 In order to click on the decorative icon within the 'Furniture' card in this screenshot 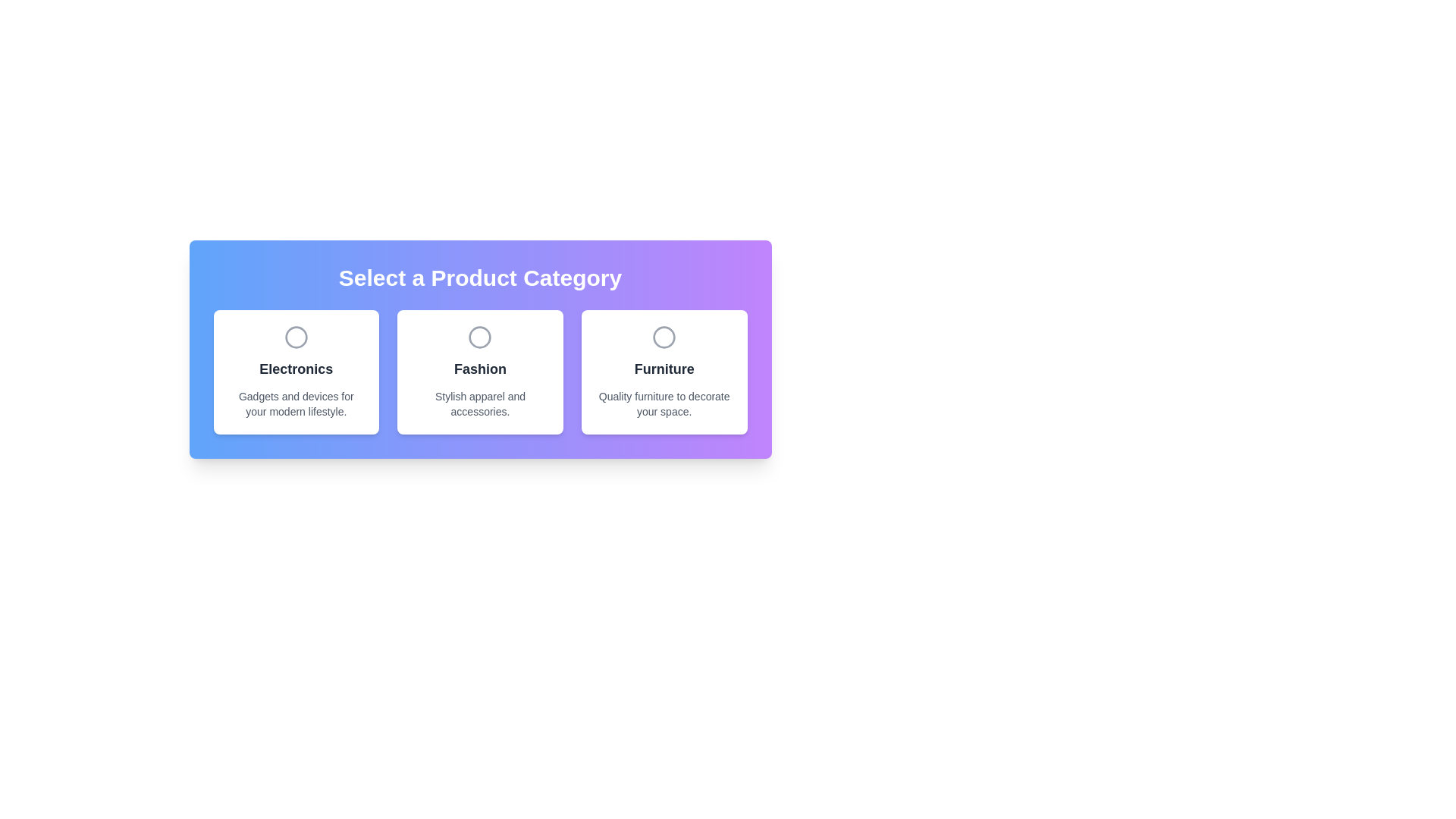, I will do `click(664, 336)`.